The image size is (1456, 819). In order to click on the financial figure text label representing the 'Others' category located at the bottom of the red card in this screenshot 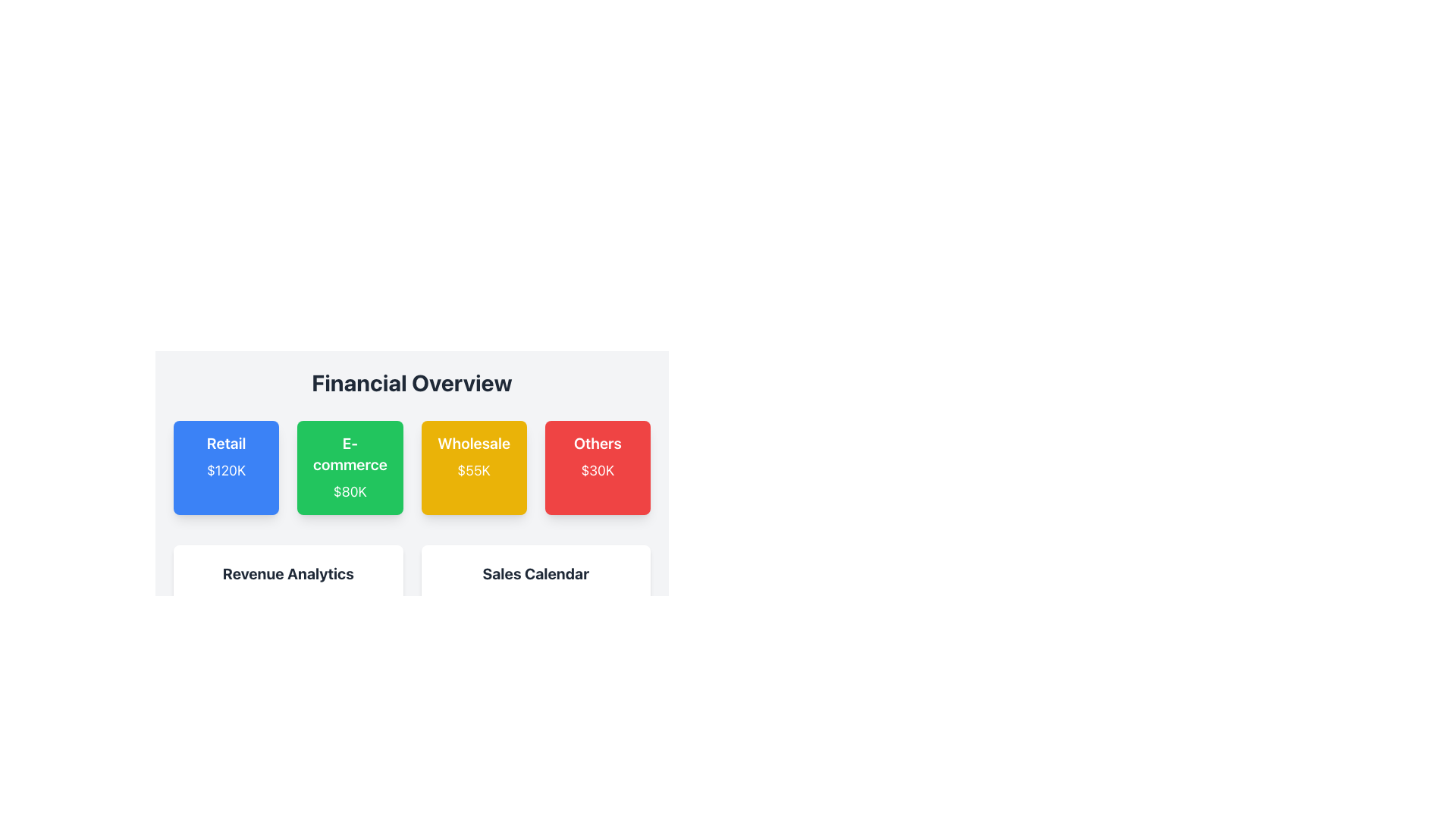, I will do `click(597, 470)`.